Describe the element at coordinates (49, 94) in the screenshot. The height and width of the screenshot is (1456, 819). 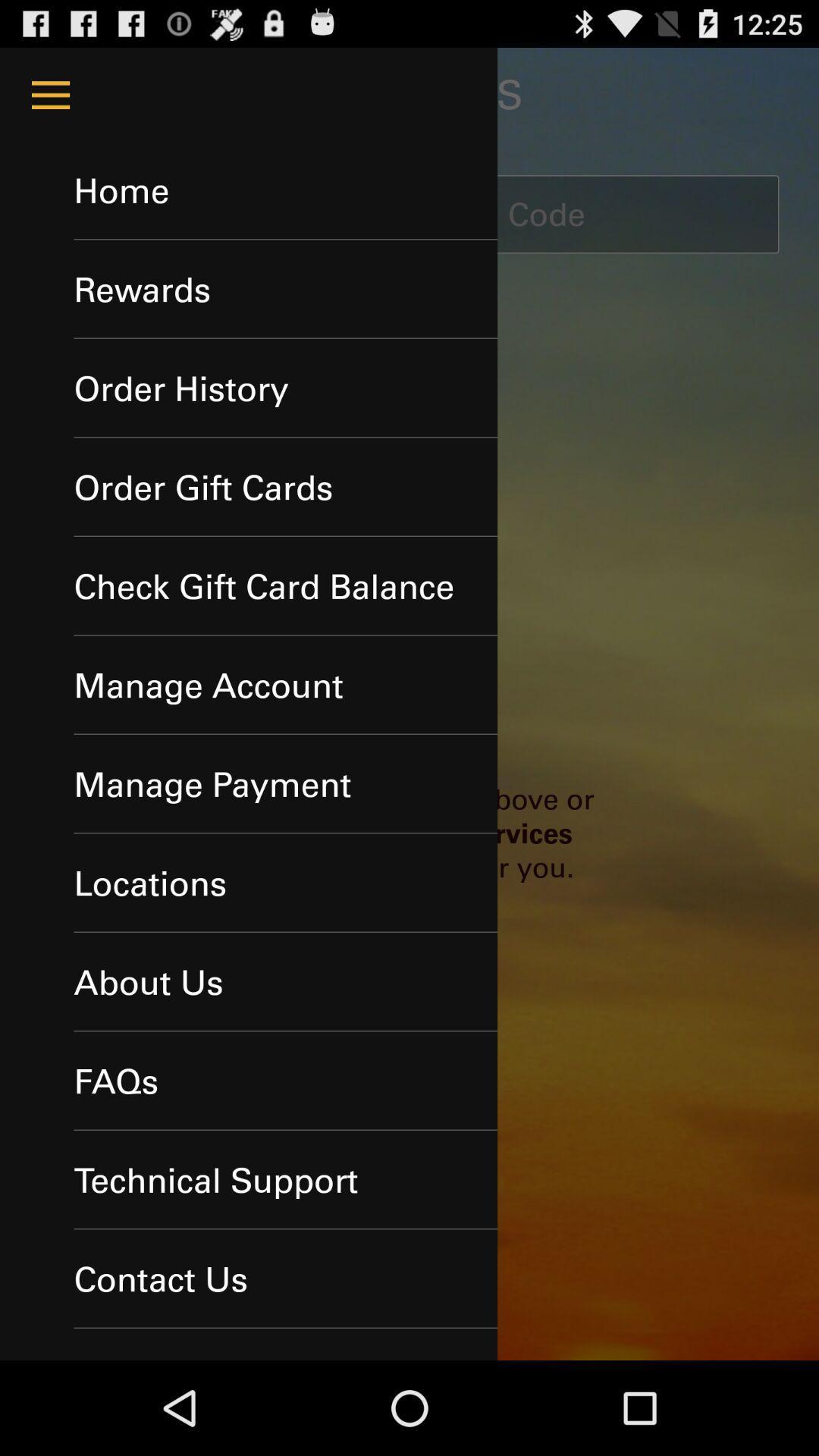
I see `menu icon` at that location.